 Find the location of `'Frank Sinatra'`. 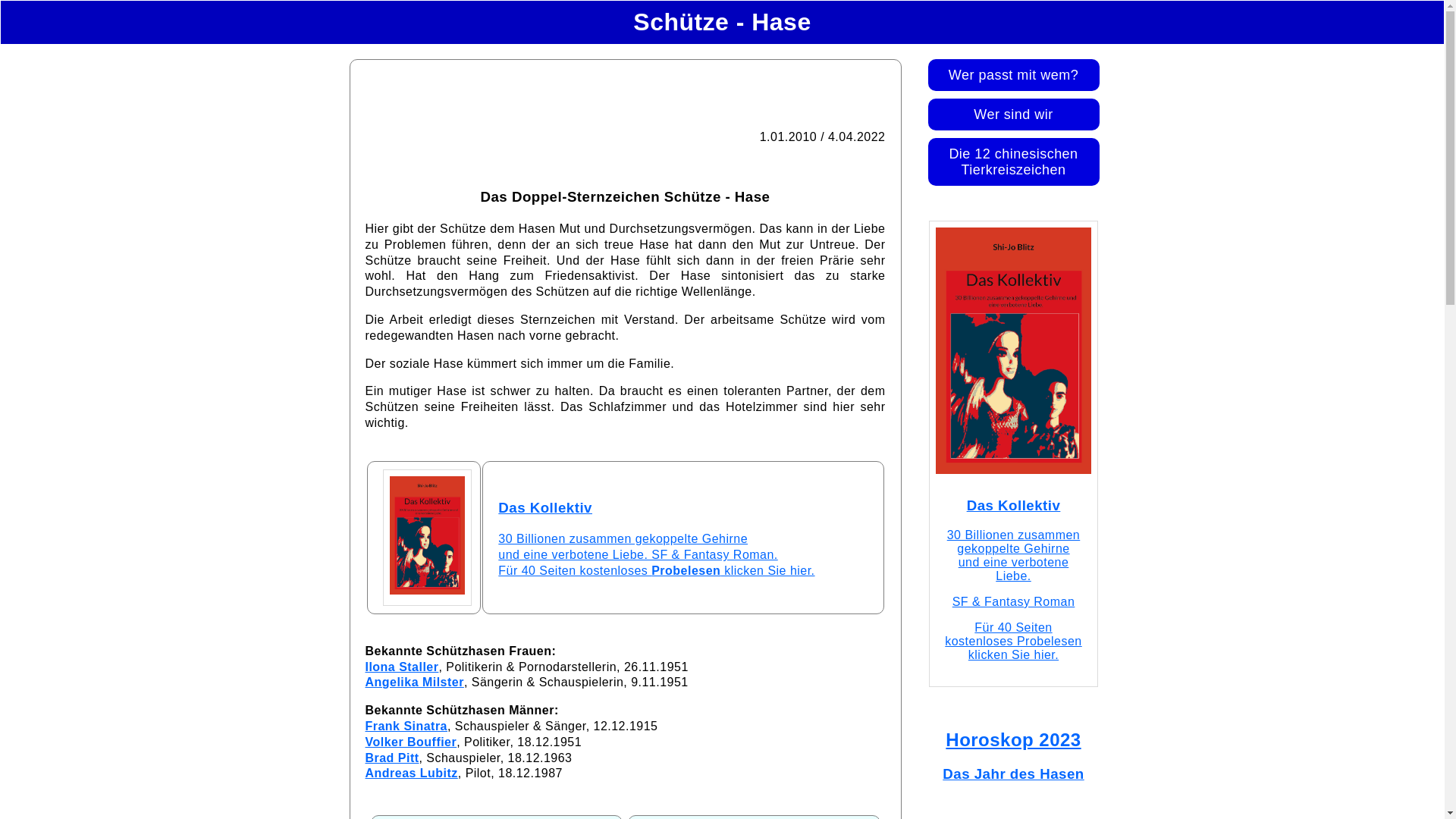

'Frank Sinatra' is located at coordinates (406, 725).